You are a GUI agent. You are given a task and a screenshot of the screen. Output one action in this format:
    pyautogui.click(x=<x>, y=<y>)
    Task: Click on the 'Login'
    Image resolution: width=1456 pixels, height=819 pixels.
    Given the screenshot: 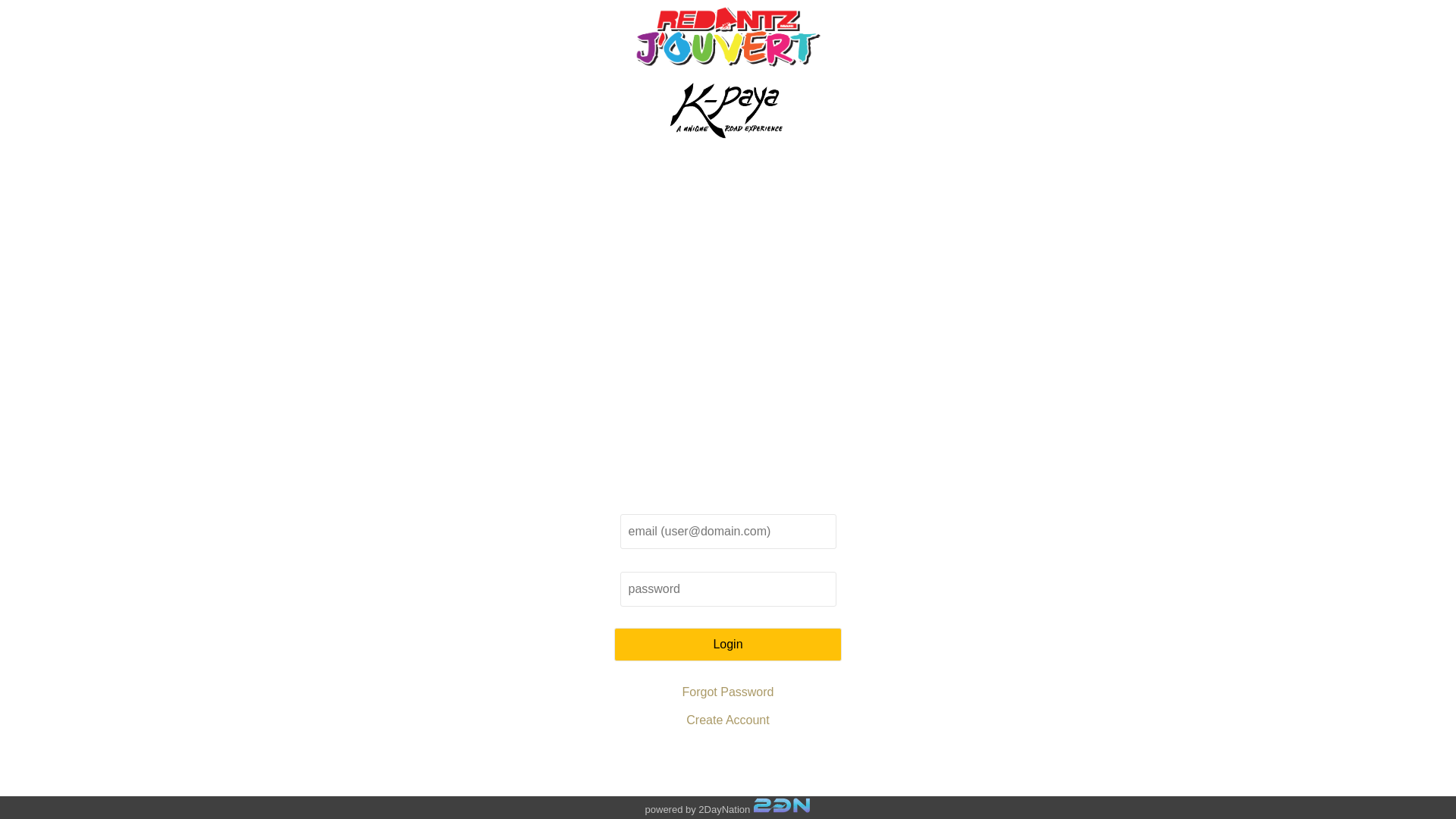 What is the action you would take?
    pyautogui.click(x=614, y=644)
    